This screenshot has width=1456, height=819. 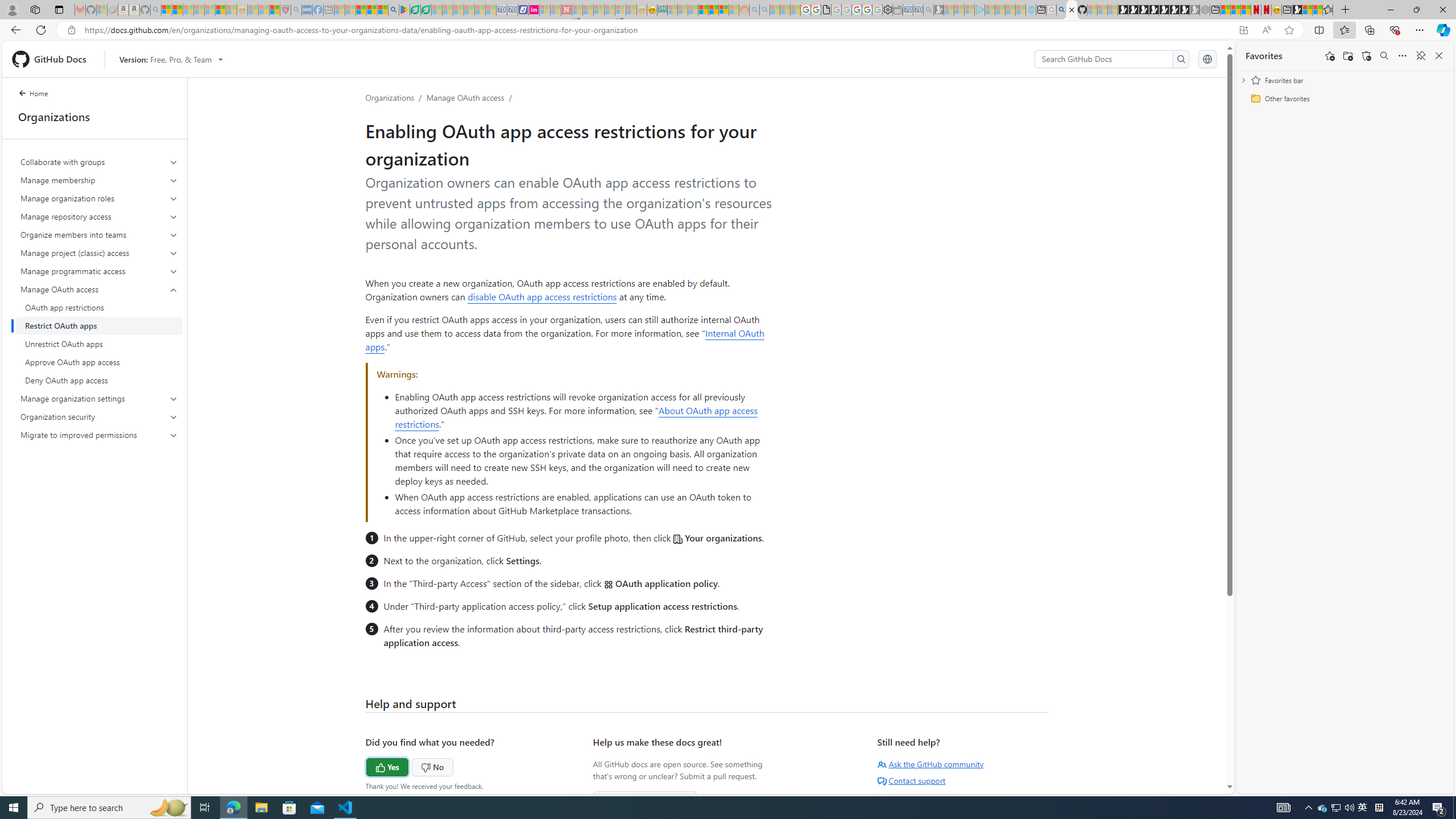 What do you see at coordinates (99, 198) in the screenshot?
I see `'Manage organization roles'` at bounding box center [99, 198].